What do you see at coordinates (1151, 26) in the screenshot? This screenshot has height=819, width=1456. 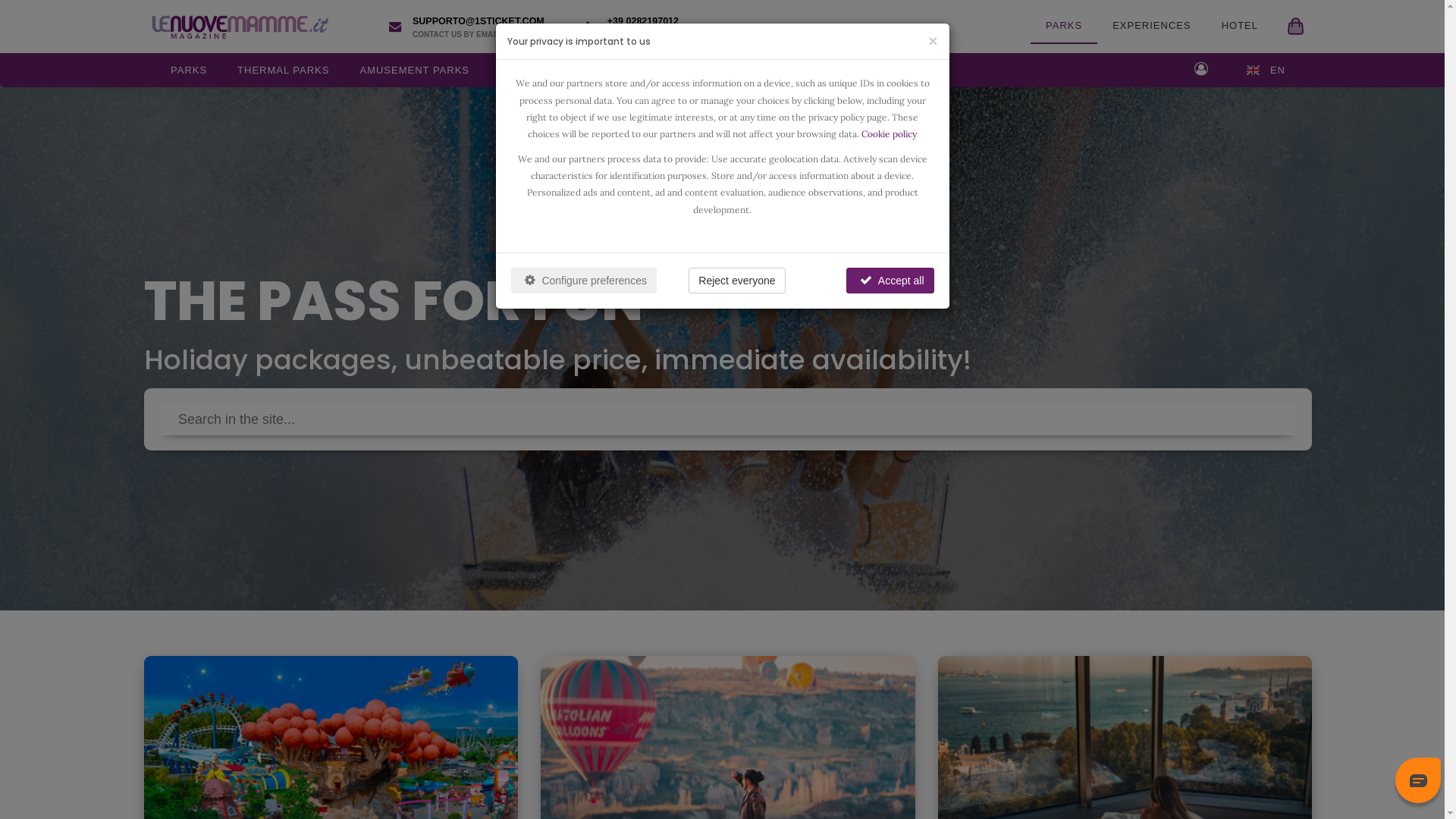 I see `'EXPERIENCES'` at bounding box center [1151, 26].